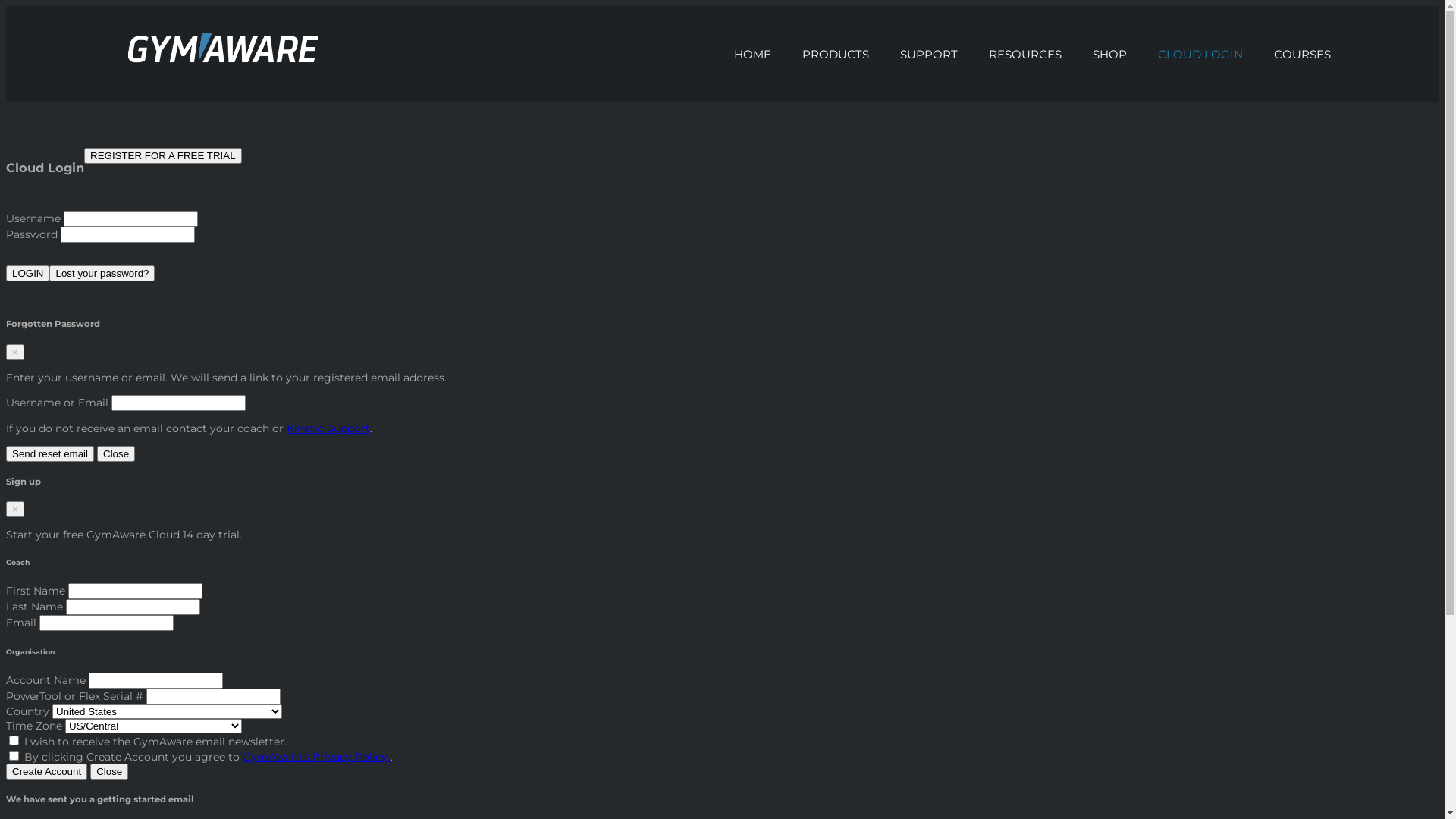 The width and height of the screenshot is (1456, 819). What do you see at coordinates (327, 428) in the screenshot?
I see `'Kinetic Support'` at bounding box center [327, 428].